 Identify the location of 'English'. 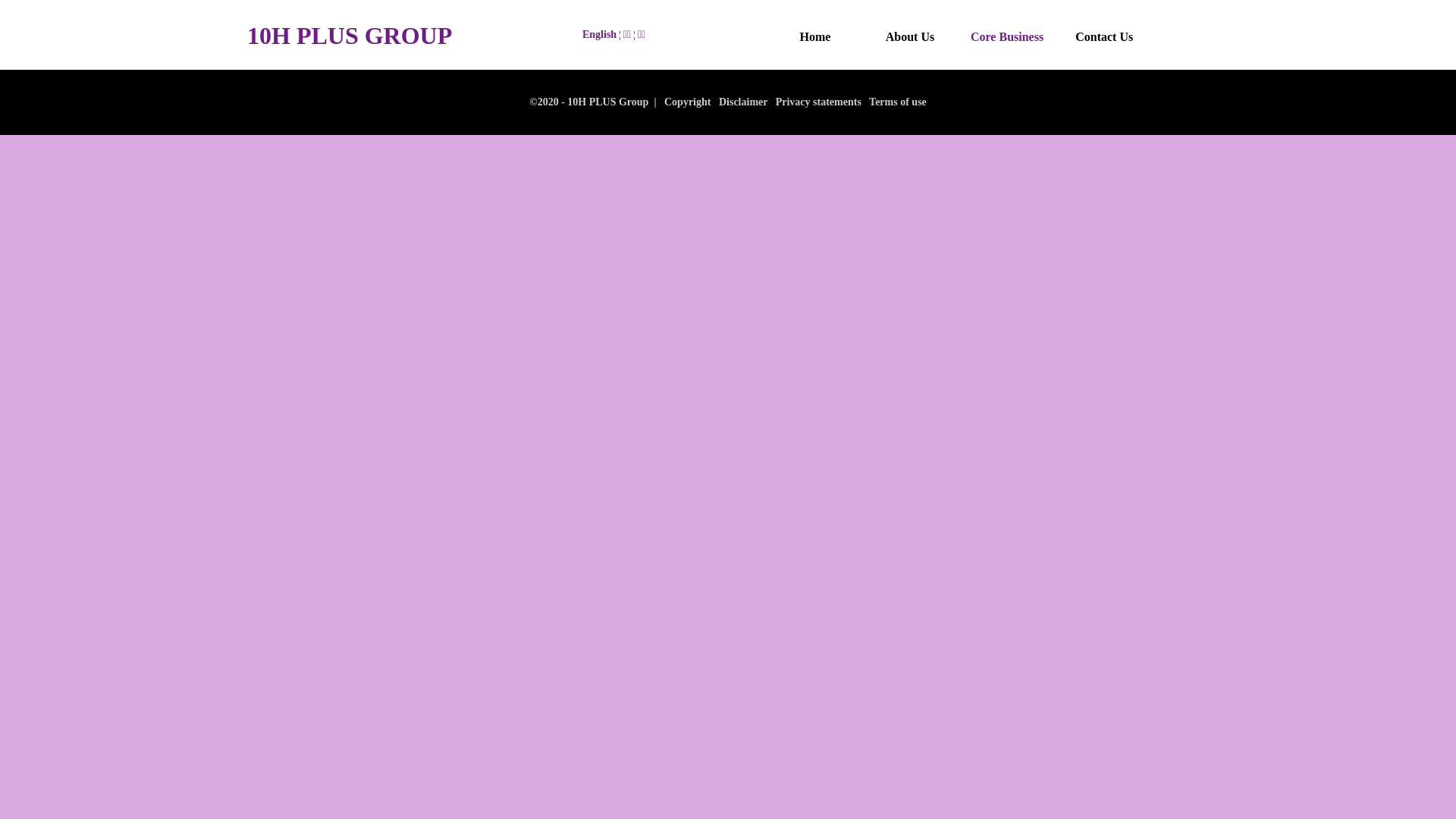
(598, 34).